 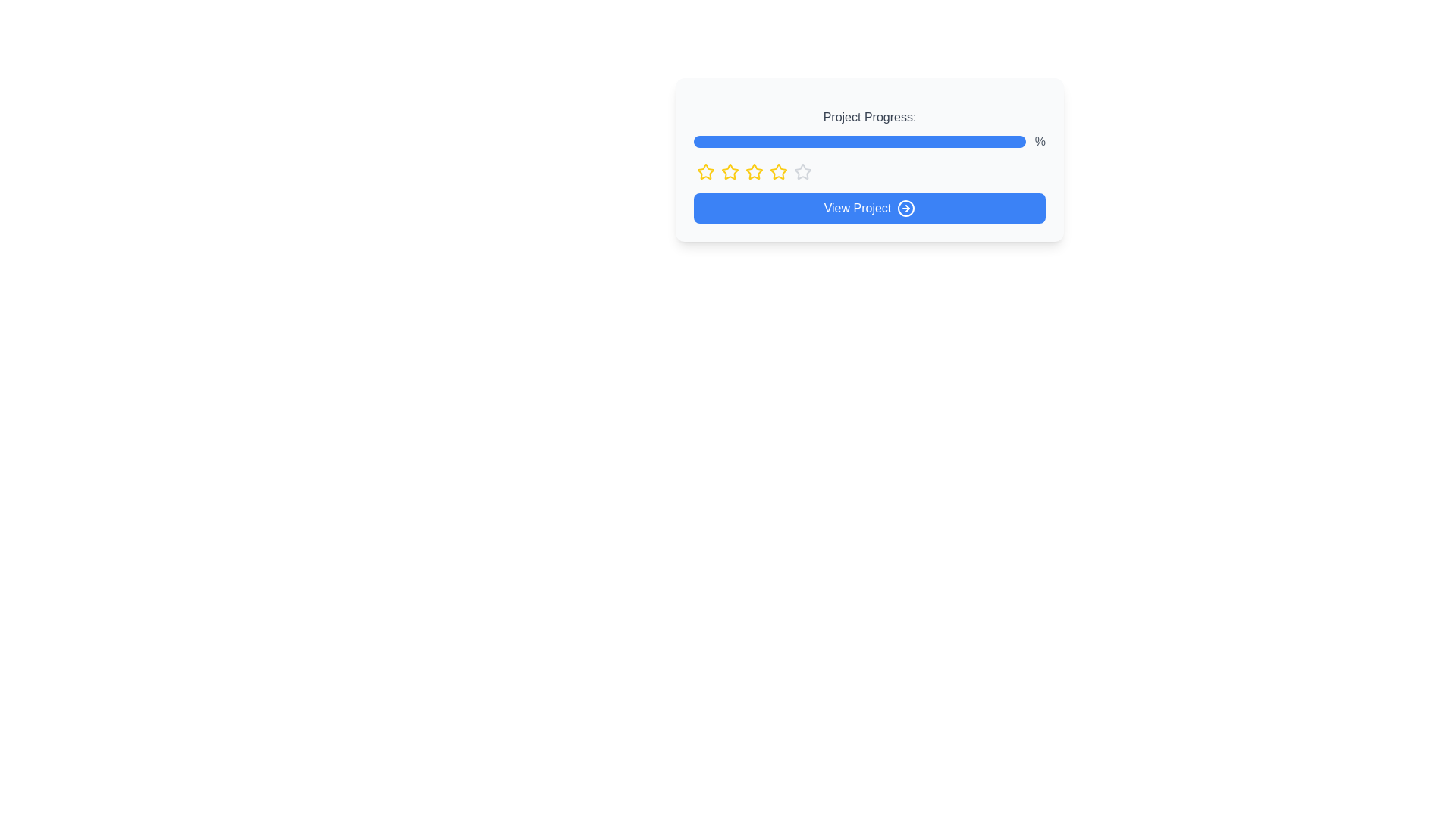 What do you see at coordinates (730, 171) in the screenshot?
I see `the third yellow star icon in the rating sequence` at bounding box center [730, 171].